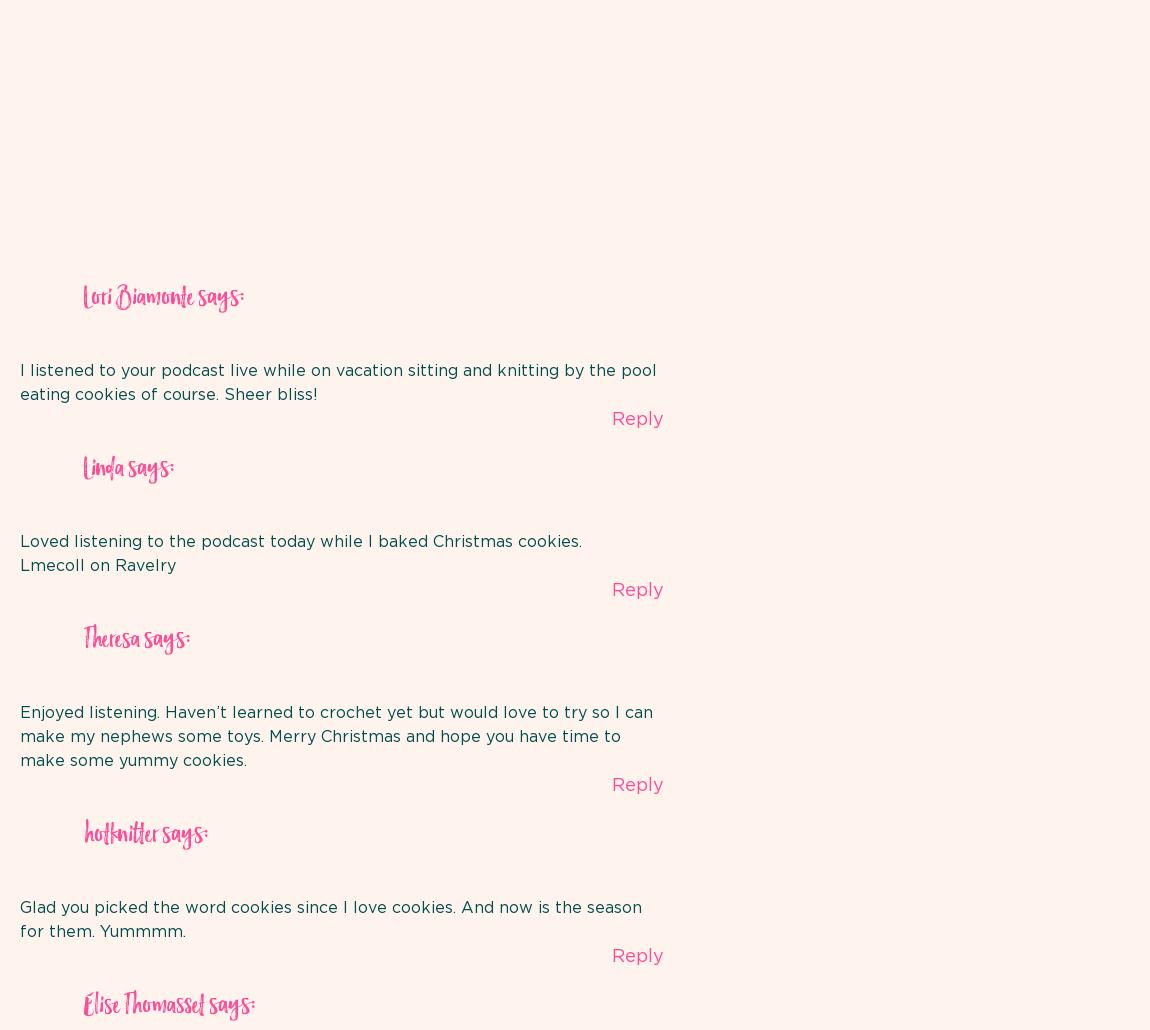 The width and height of the screenshot is (1150, 1030). I want to click on 'I listened to your podcast live while on vacation sitting and knitting by the pool eating cookies of course. Sheer bliss!', so click(338, 382).